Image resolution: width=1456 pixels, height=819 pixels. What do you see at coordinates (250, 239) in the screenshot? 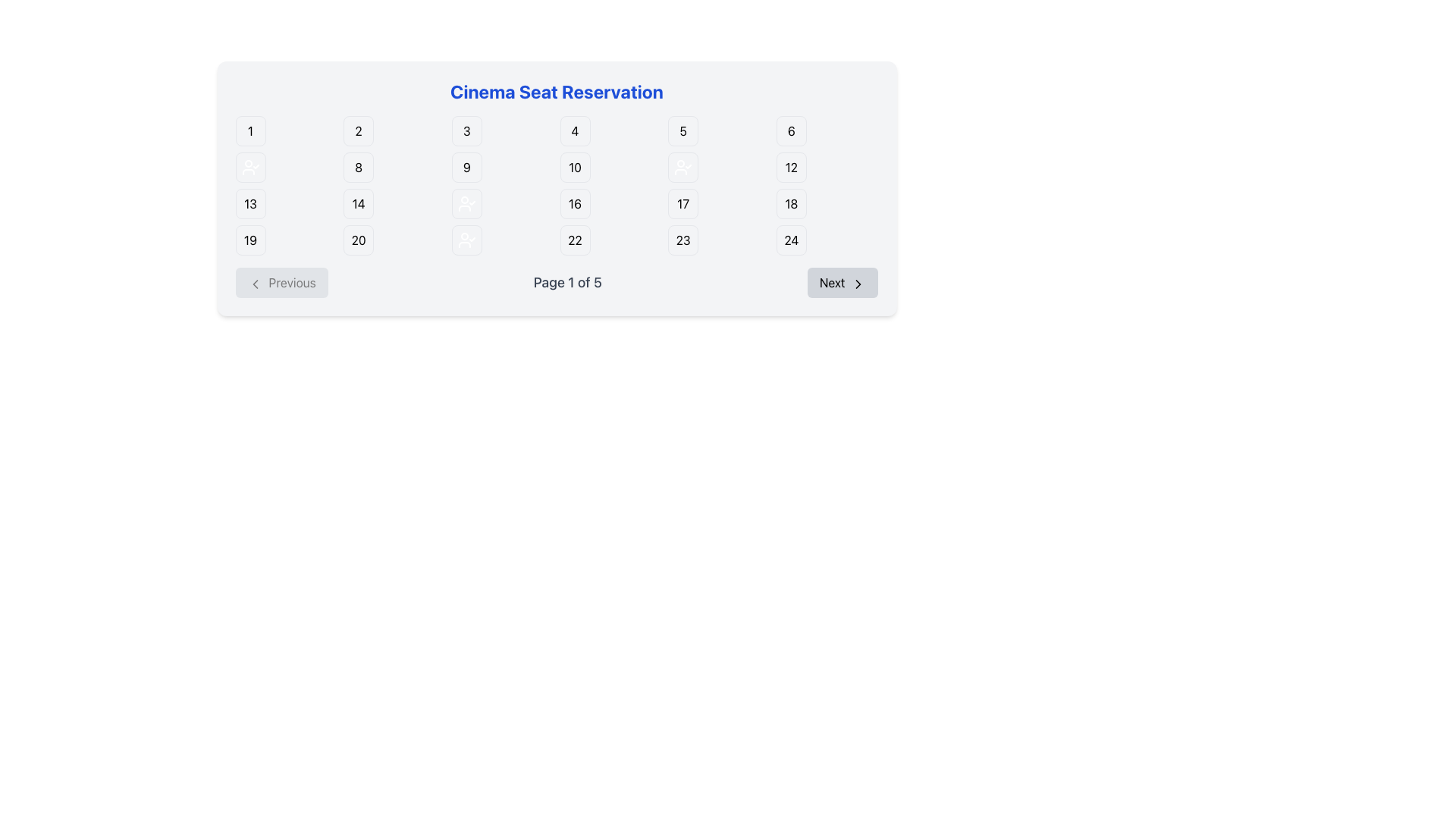
I see `the button-like component with the number '19' located in the bottom-left corner of the grid layout` at bounding box center [250, 239].